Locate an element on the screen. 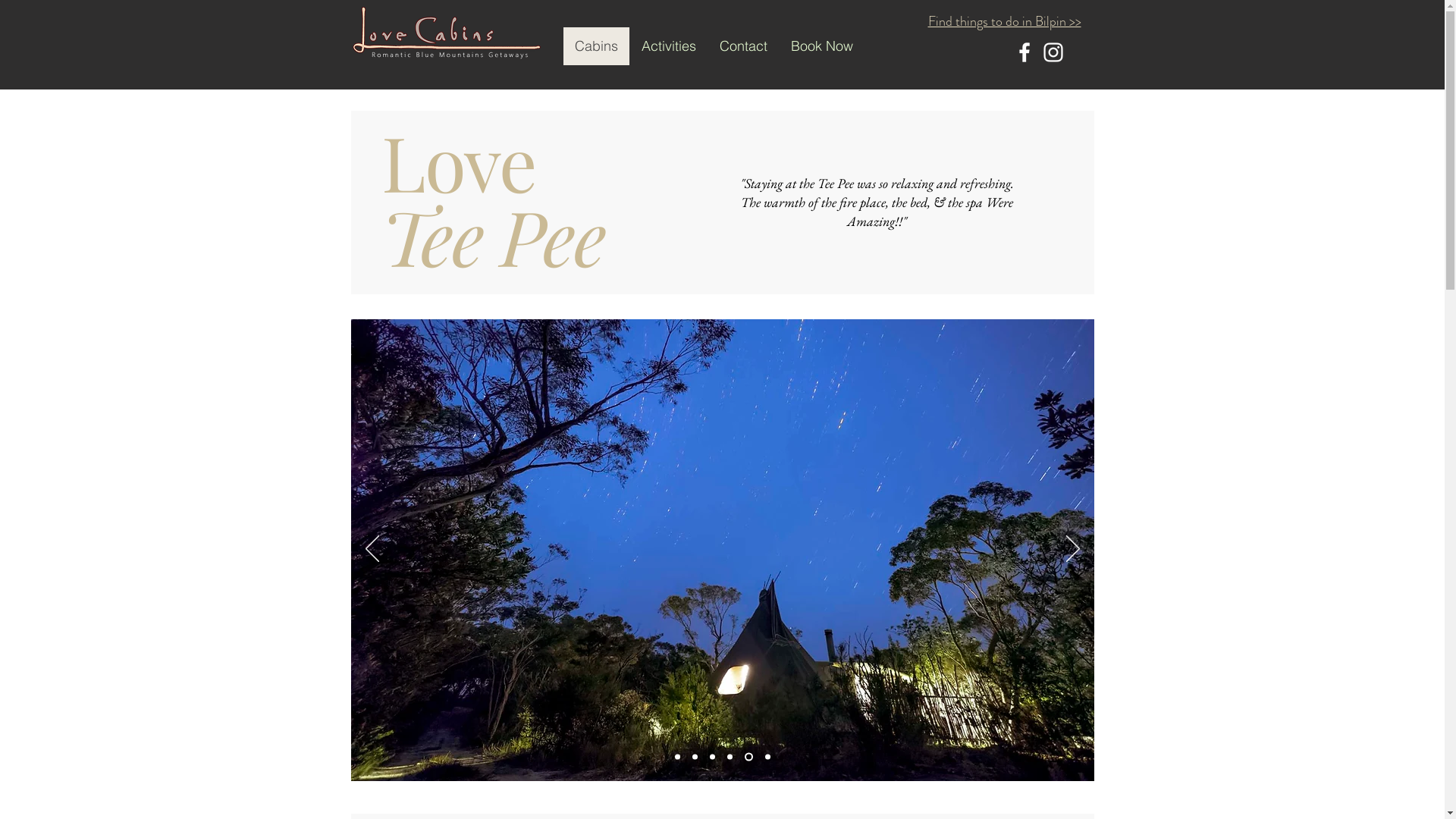  'Find things to do in Bilpin >>' is located at coordinates (1004, 20).